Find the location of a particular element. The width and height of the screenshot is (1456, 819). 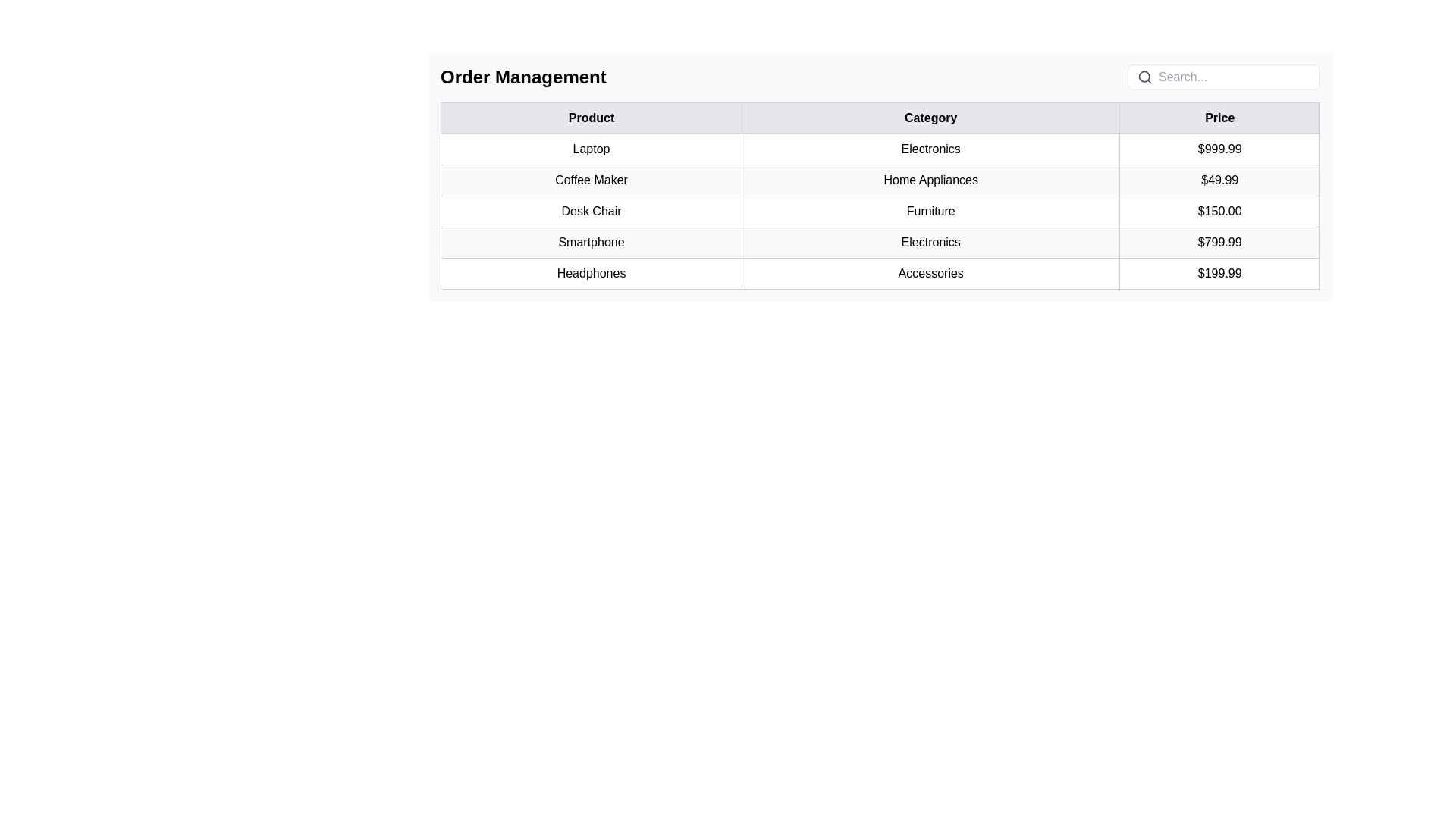

the static text field displaying 'Coffee Maker' located in the second row of the table under the 'Product' column is located at coordinates (591, 180).